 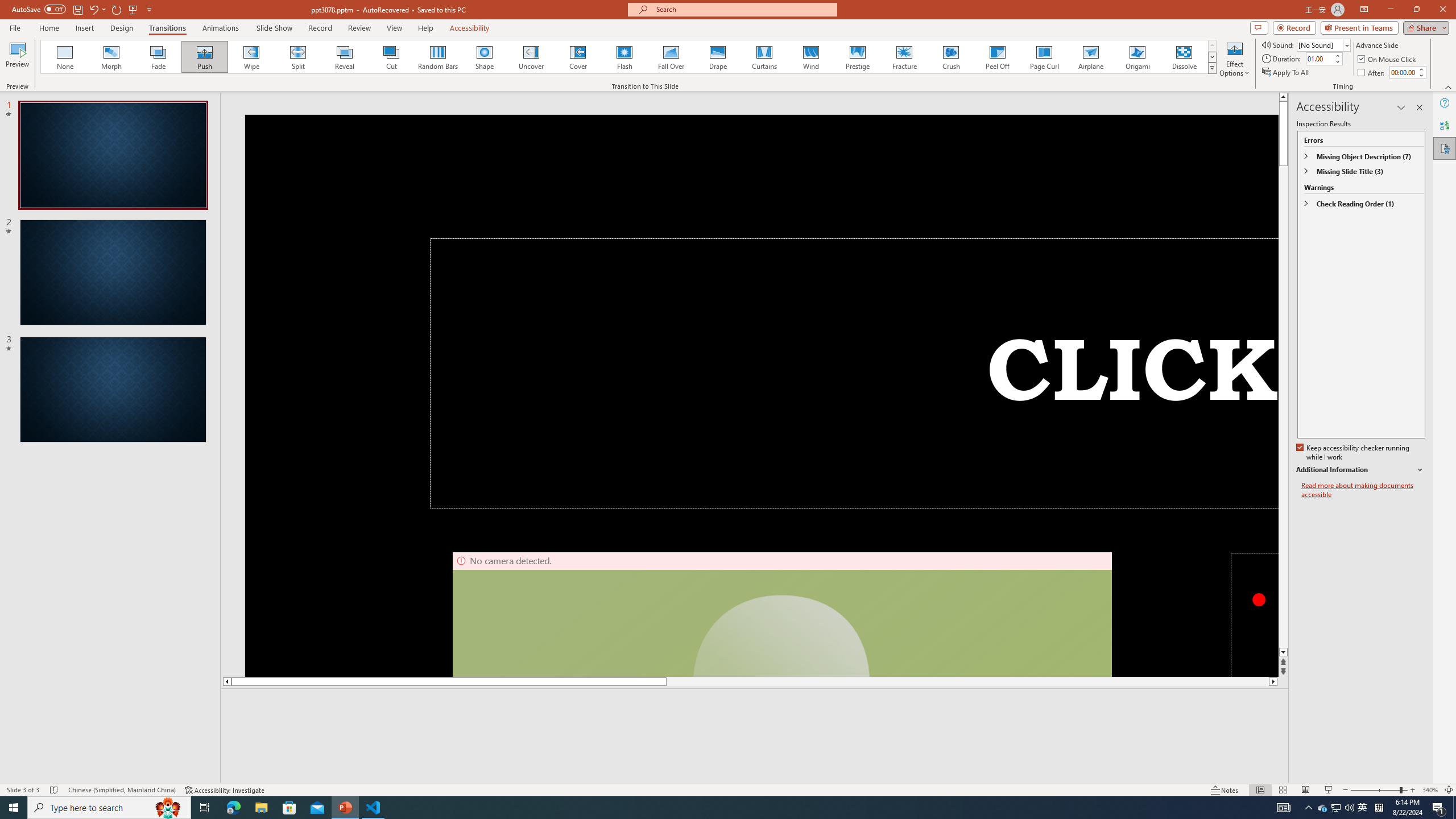 I want to click on 'Dissolve', so click(x=1183, y=56).